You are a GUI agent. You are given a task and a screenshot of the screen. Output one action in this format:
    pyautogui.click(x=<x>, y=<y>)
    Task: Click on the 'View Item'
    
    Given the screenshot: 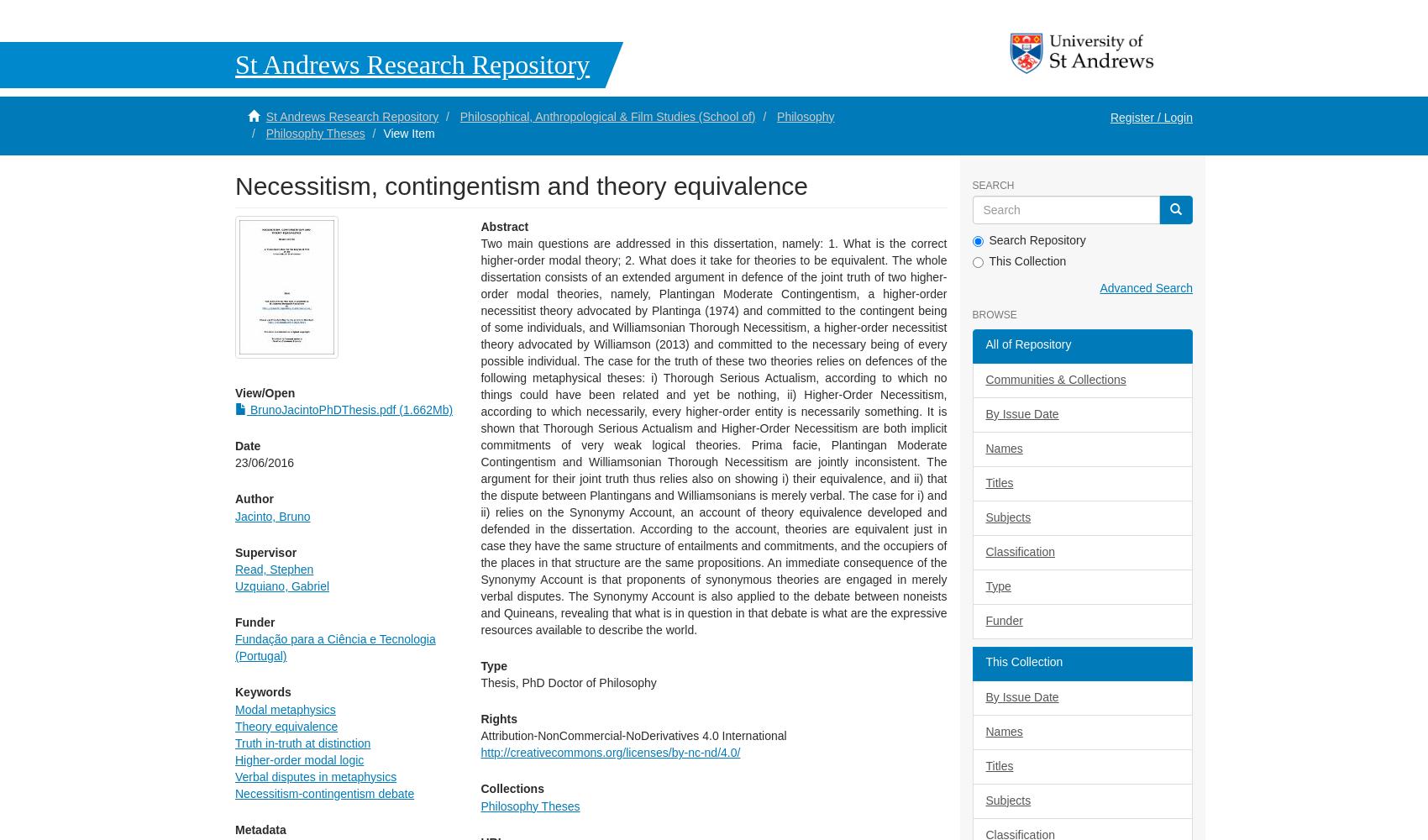 What is the action you would take?
    pyautogui.click(x=408, y=133)
    